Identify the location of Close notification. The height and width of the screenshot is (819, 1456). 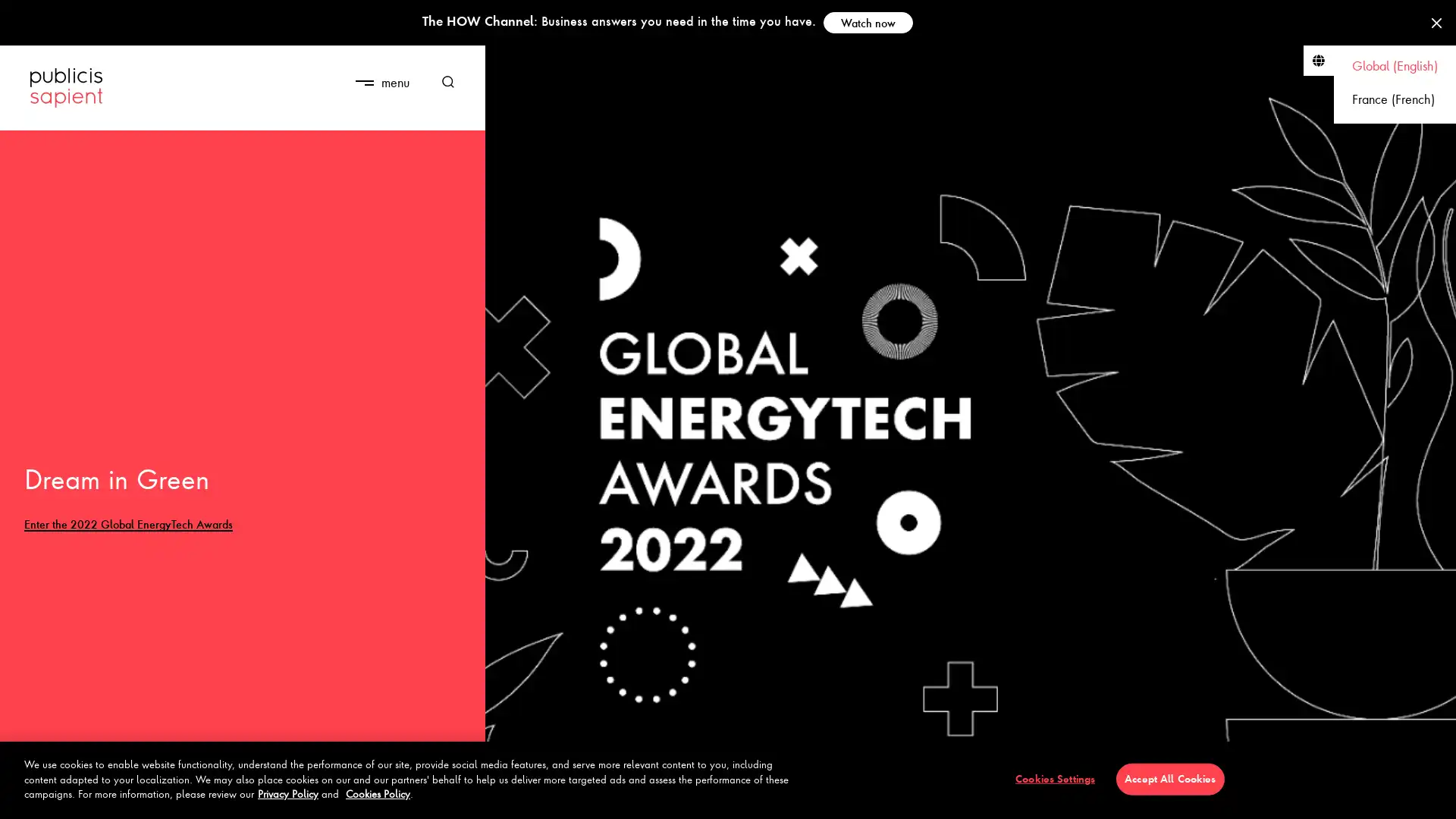
(1436, 23).